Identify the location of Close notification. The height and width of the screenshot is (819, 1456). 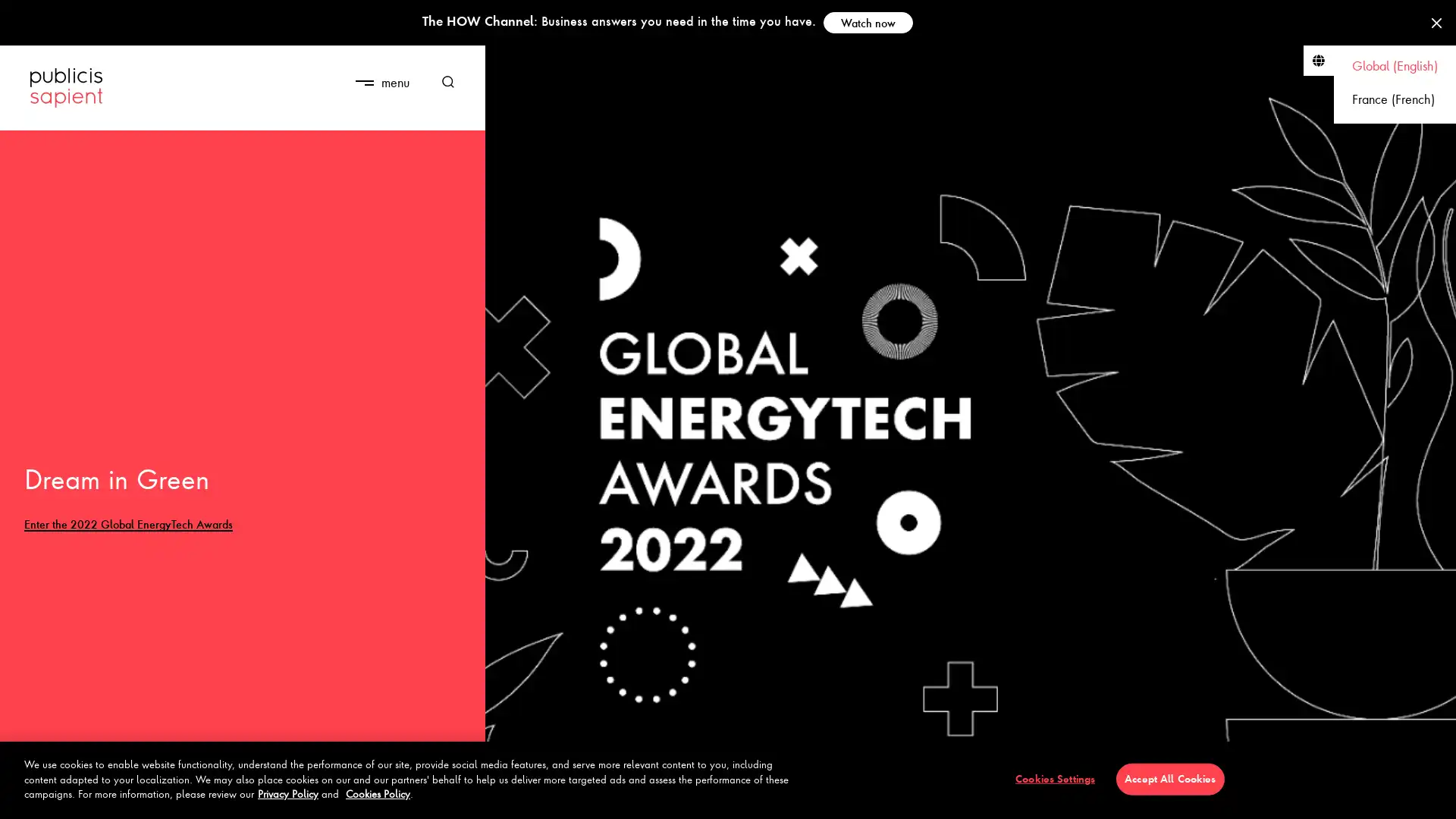
(1436, 23).